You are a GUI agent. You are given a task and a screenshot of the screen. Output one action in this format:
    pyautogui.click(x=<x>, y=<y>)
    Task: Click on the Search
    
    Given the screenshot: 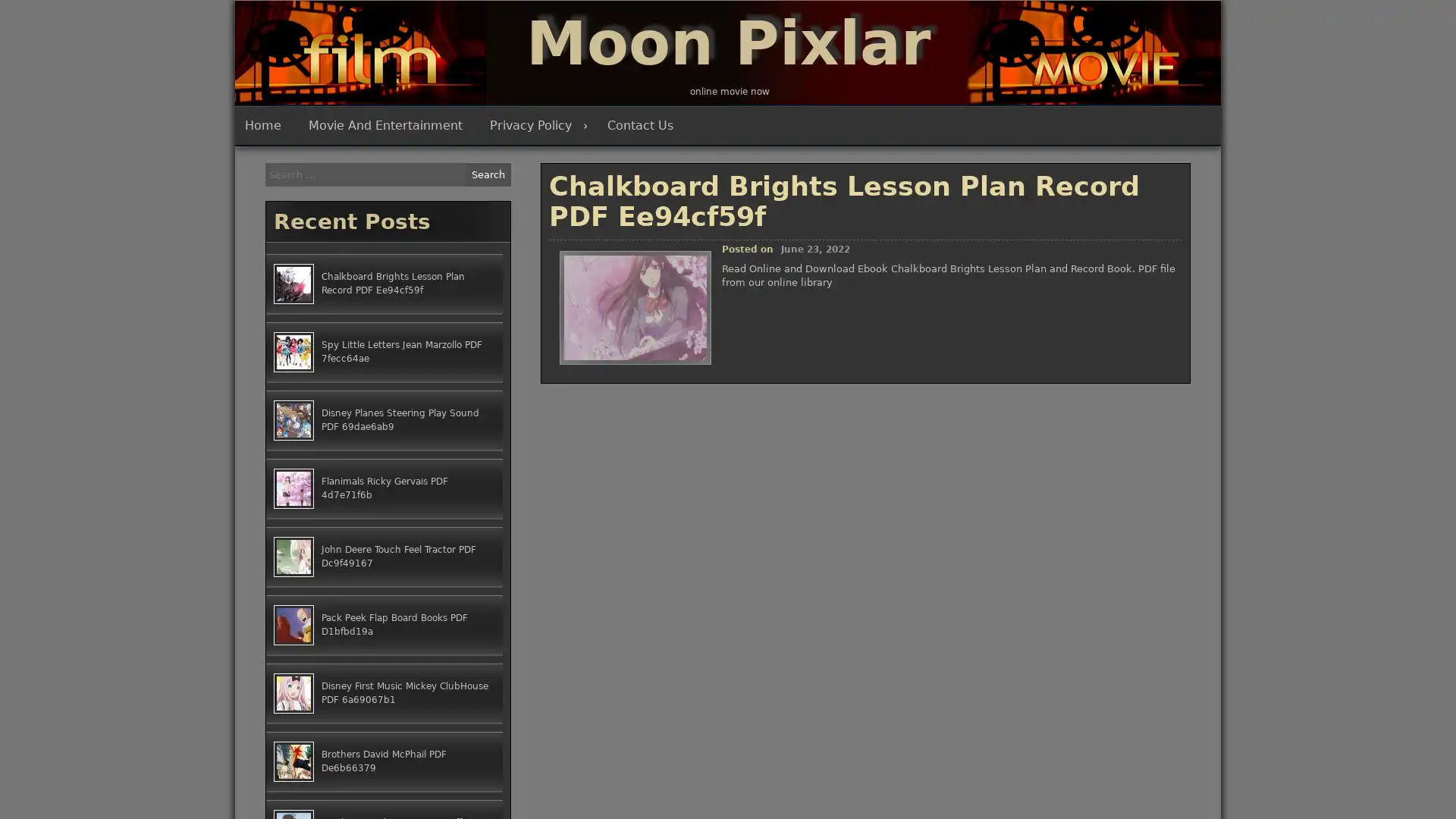 What is the action you would take?
    pyautogui.click(x=488, y=174)
    